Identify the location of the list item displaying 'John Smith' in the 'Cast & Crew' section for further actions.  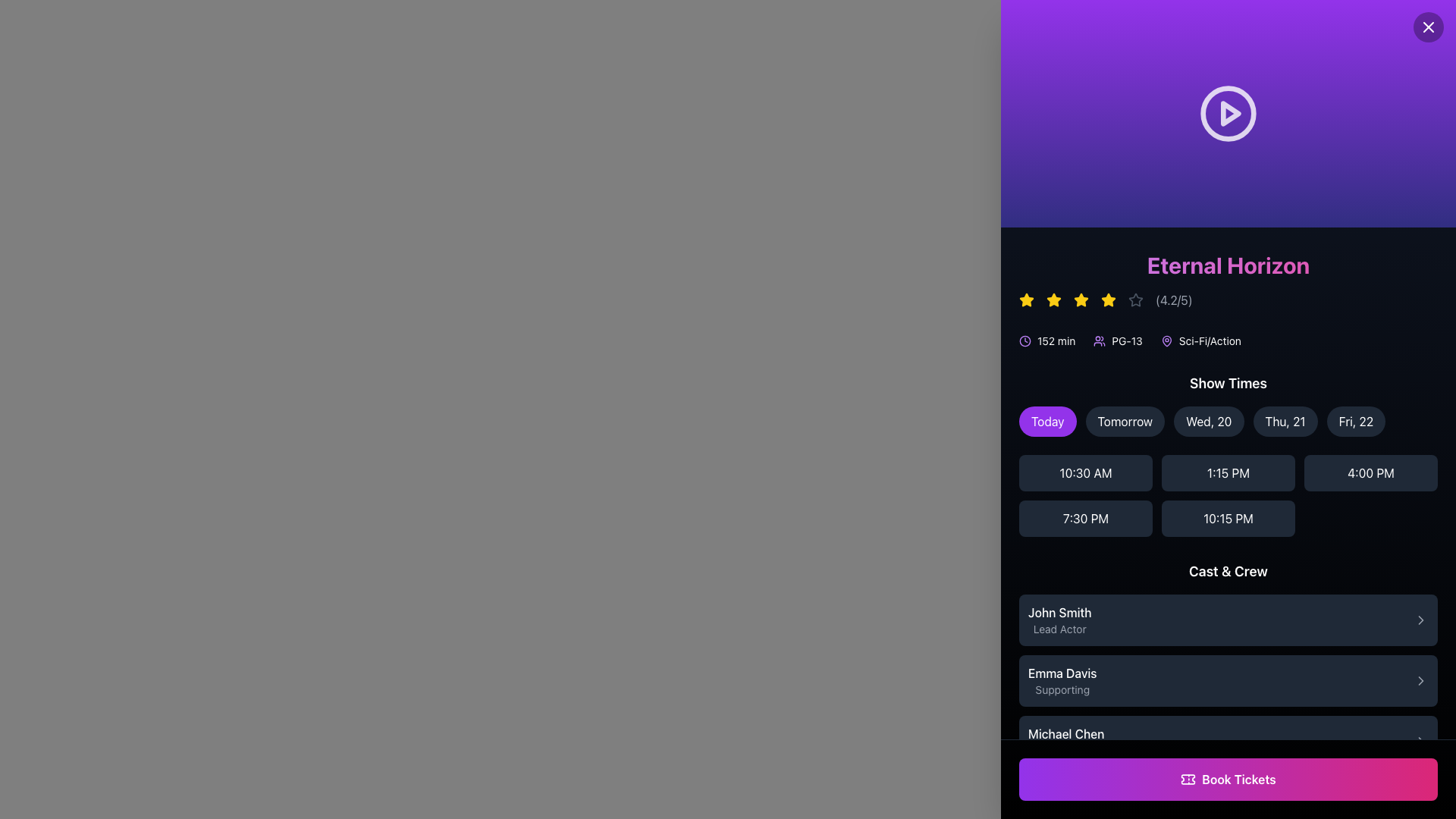
(1228, 620).